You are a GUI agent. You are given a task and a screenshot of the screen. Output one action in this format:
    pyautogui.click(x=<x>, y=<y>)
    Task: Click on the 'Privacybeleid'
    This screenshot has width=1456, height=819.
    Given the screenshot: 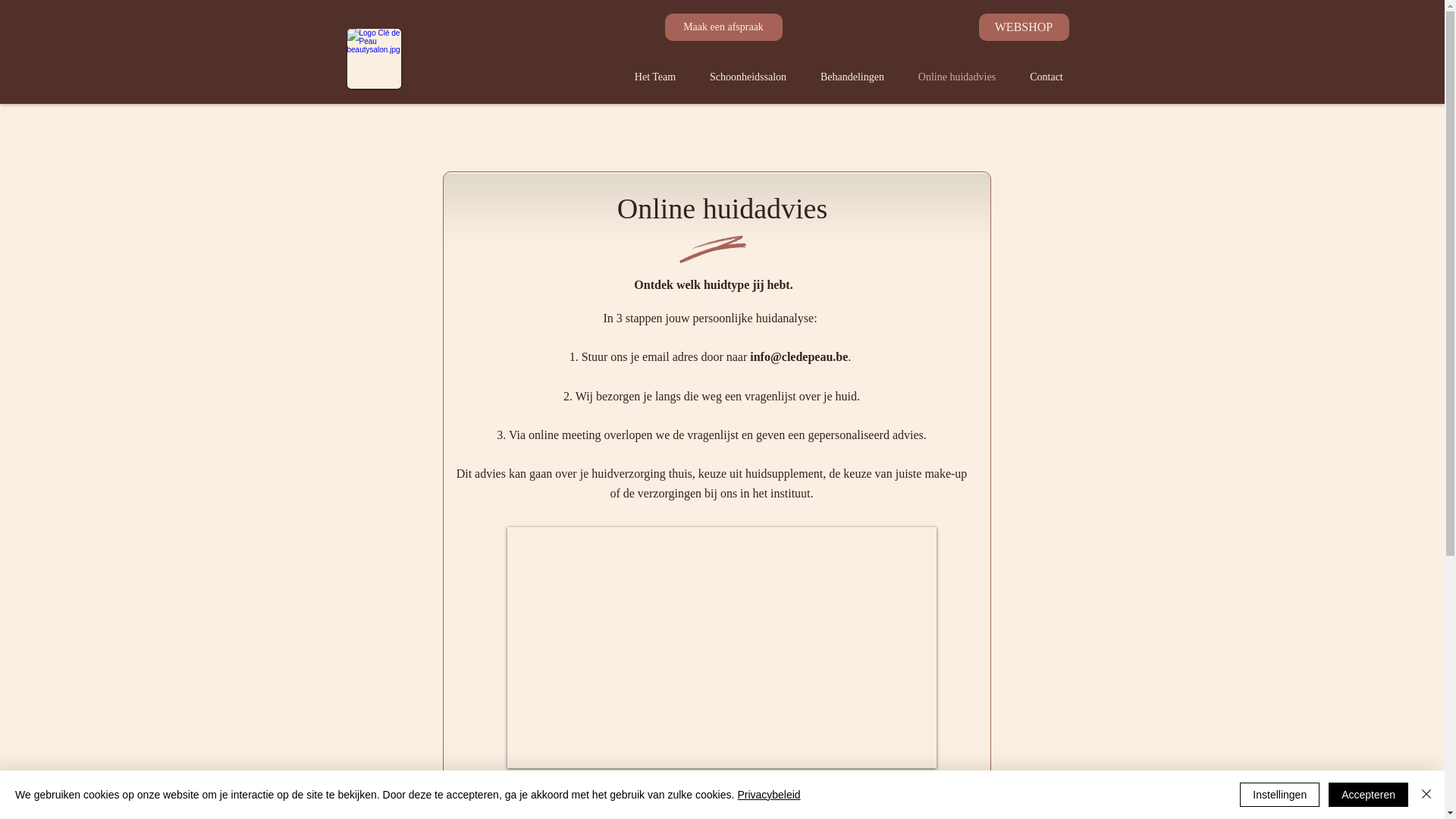 What is the action you would take?
    pyautogui.click(x=768, y=794)
    